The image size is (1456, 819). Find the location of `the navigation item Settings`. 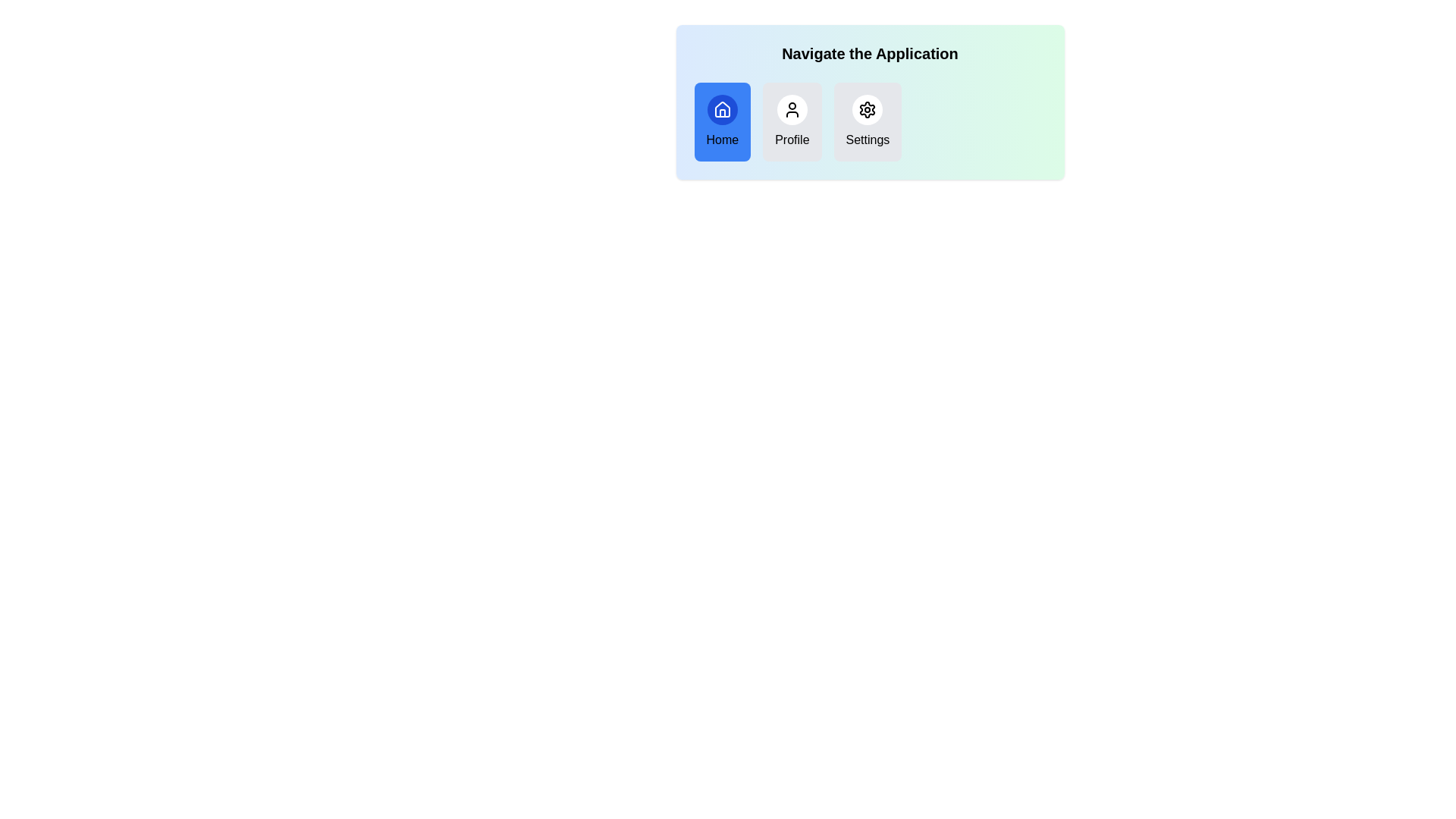

the navigation item Settings is located at coordinates (868, 121).